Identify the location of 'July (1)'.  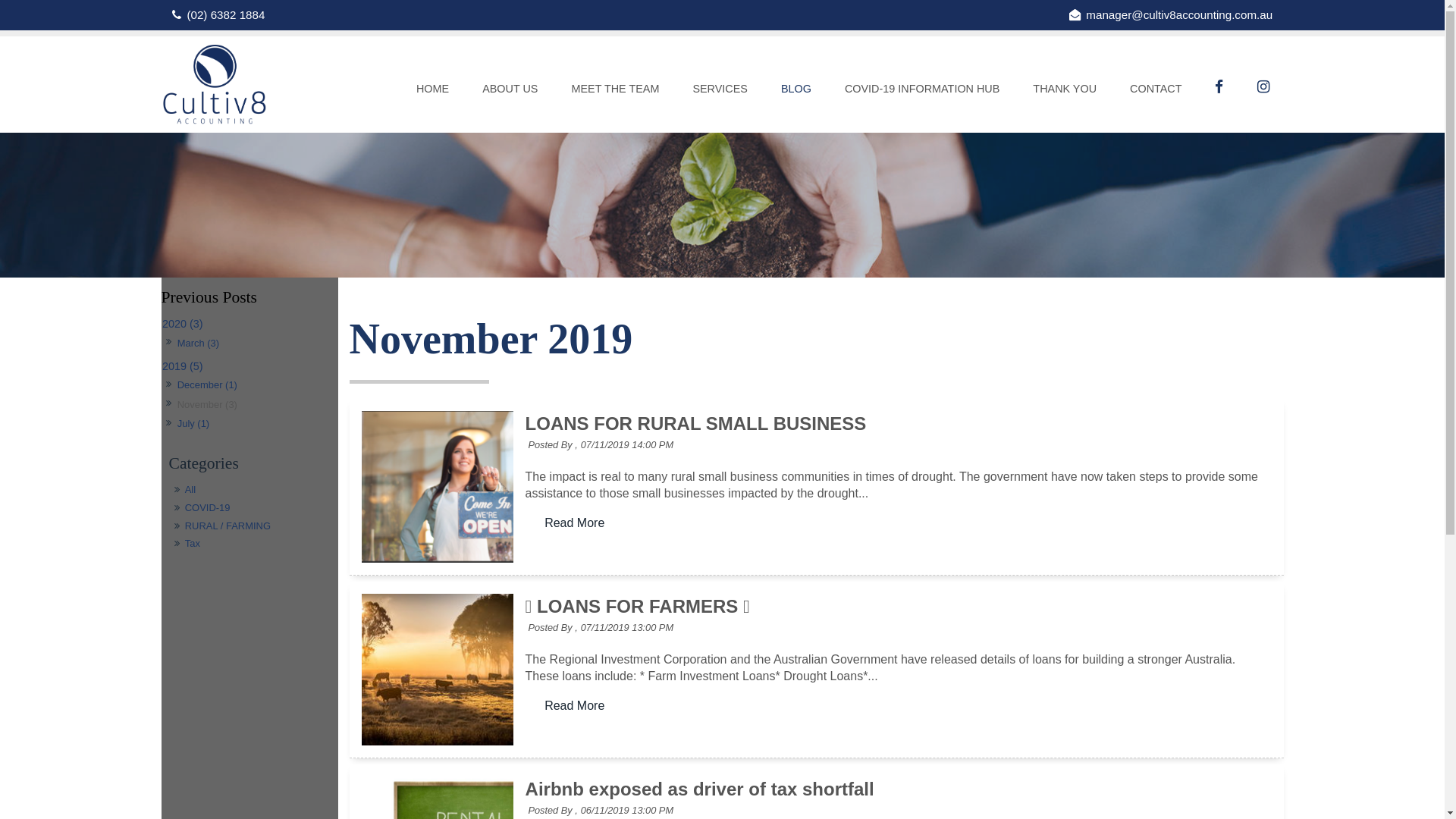
(192, 424).